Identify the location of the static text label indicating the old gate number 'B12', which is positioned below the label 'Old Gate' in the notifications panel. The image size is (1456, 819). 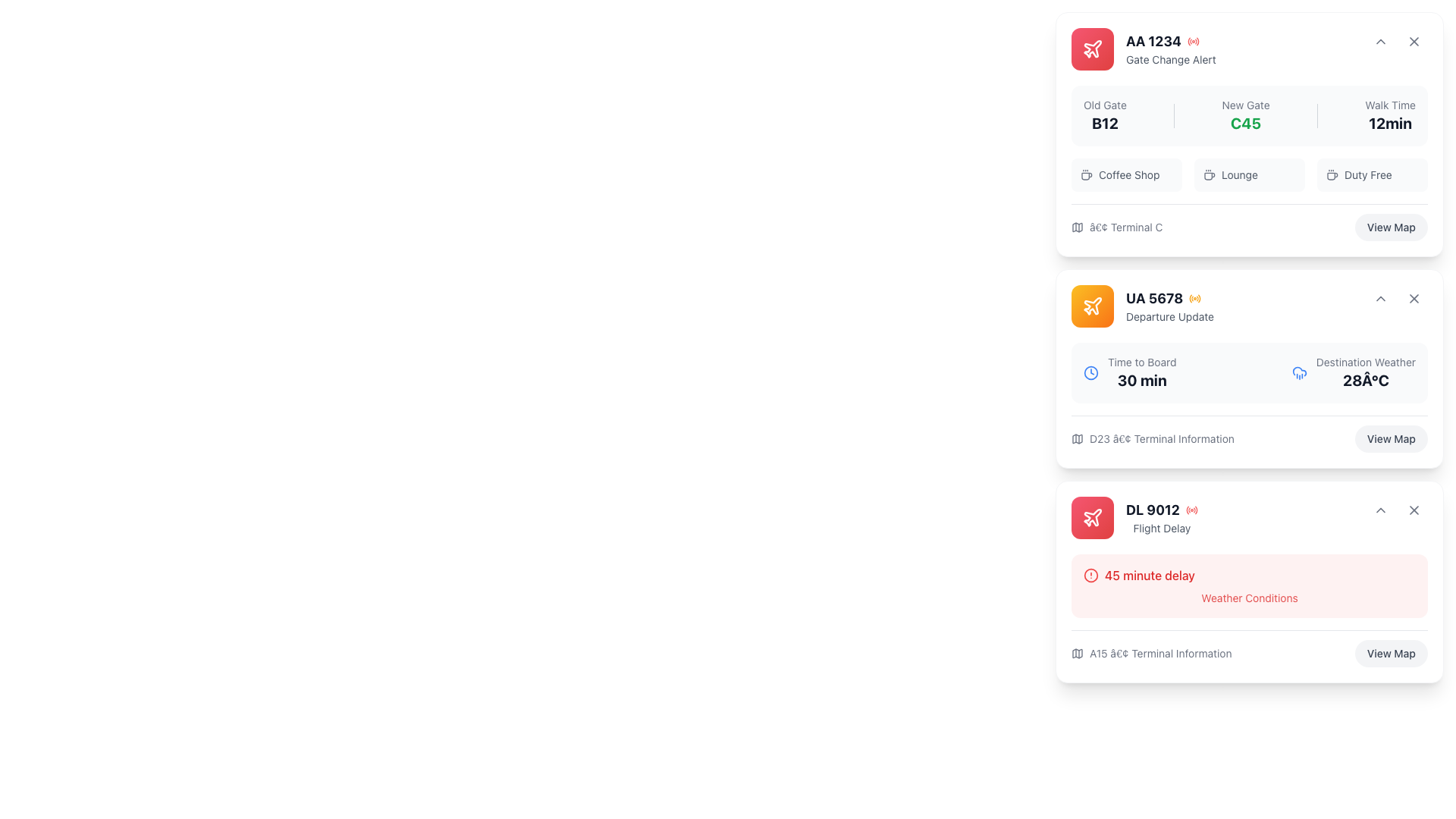
(1105, 115).